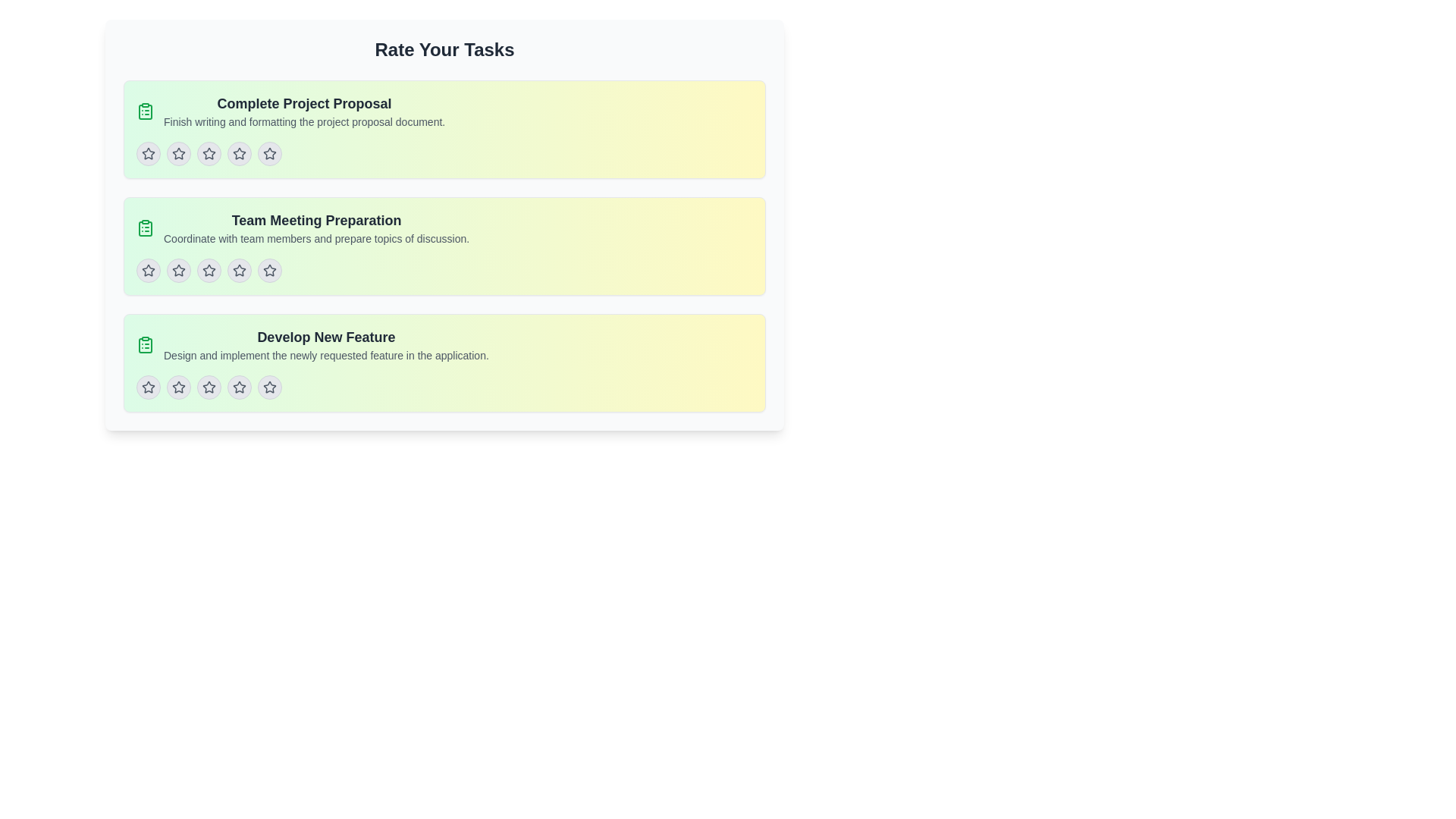 This screenshot has height=819, width=1456. I want to click on the text label that reads 'Coordinate with team members and prepare topics of discussion.', which is styled in gray and located beneath the title 'Team Meeting Preparation', so click(315, 239).